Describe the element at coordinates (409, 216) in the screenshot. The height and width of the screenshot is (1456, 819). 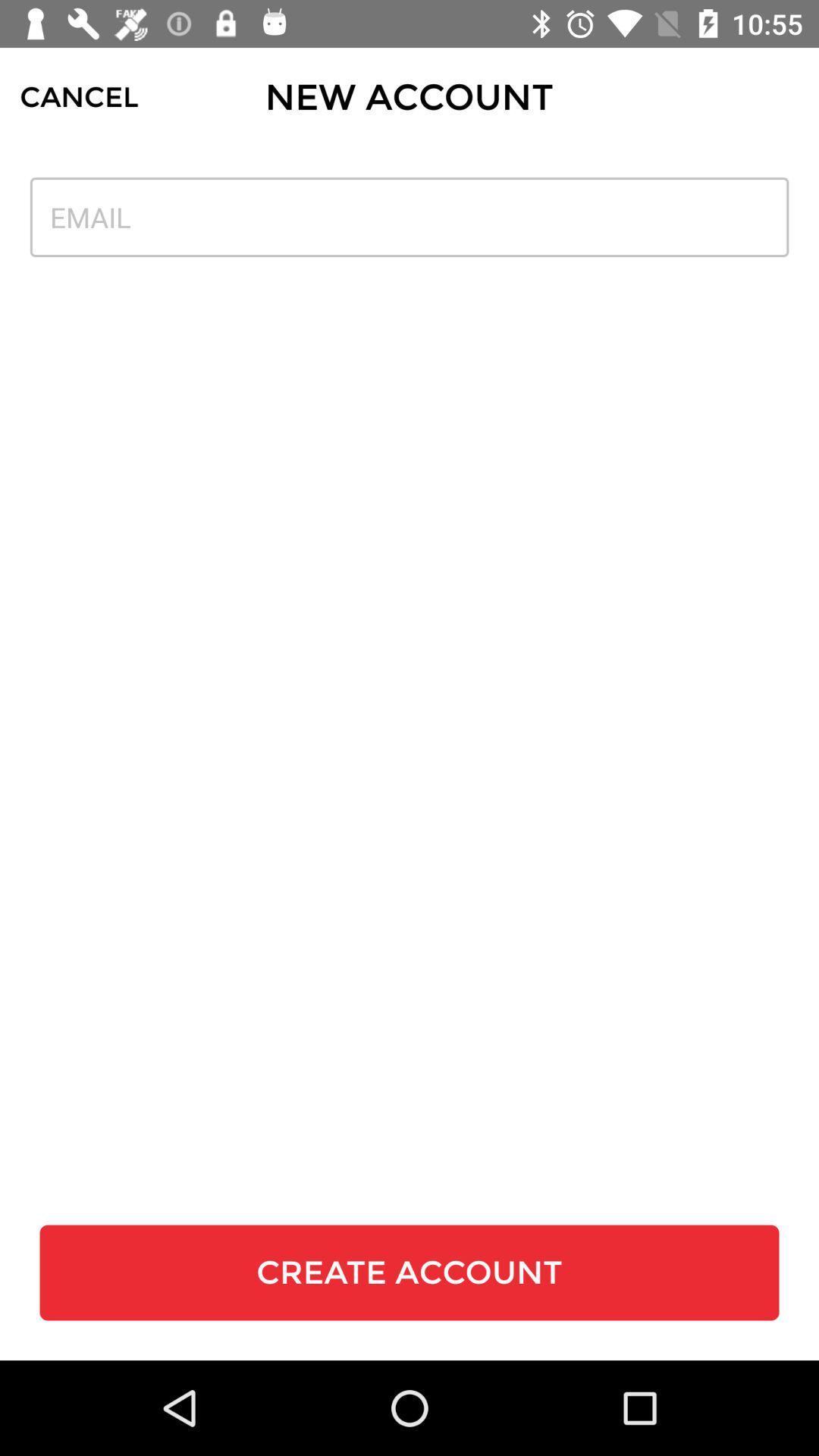
I see `icon above create account icon` at that location.